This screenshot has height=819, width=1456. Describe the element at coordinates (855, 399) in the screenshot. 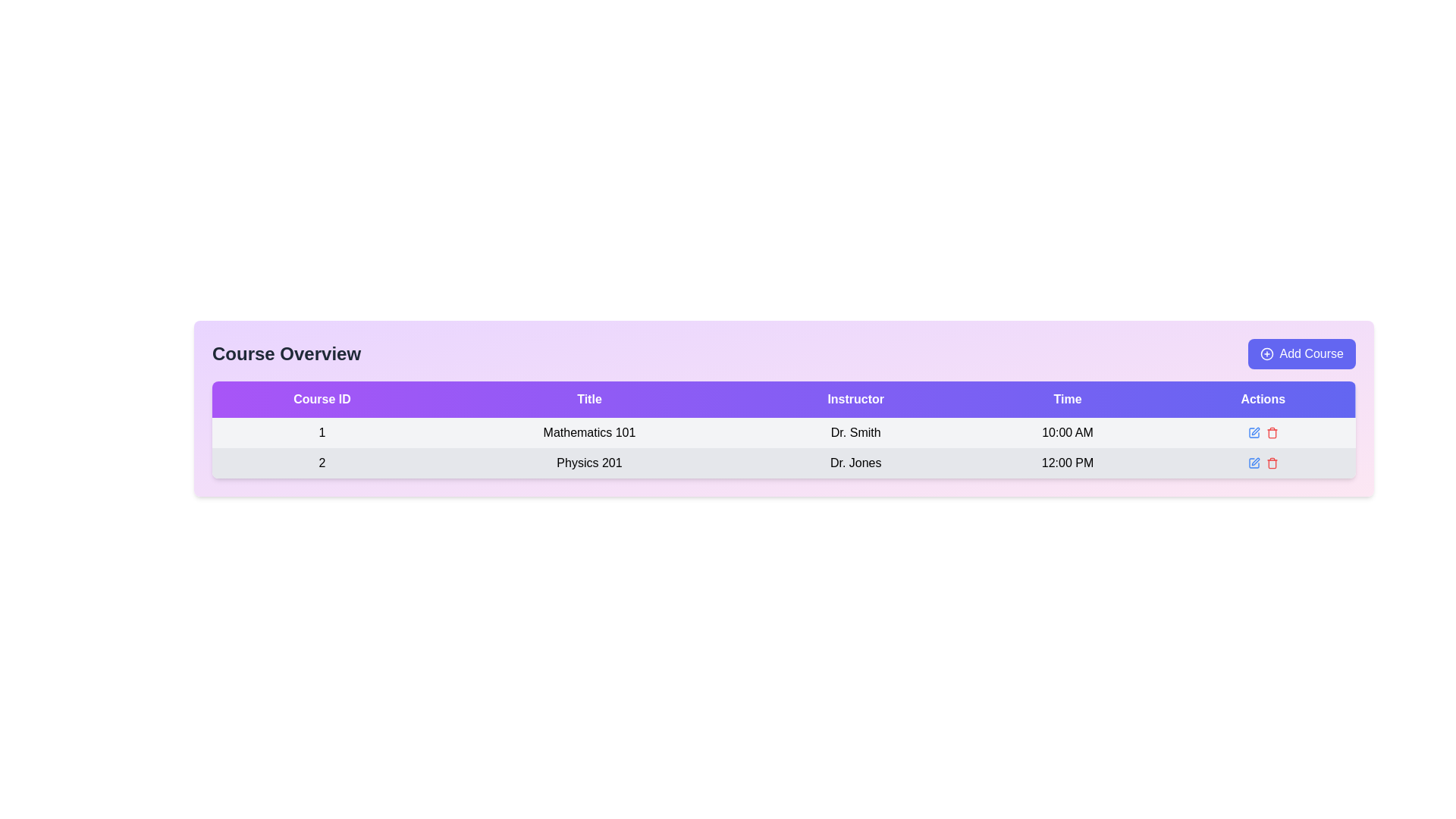

I see `the 'Instructor' text label, which is displayed in white text on a purple rectangular background, located in the third column of the header row` at that location.